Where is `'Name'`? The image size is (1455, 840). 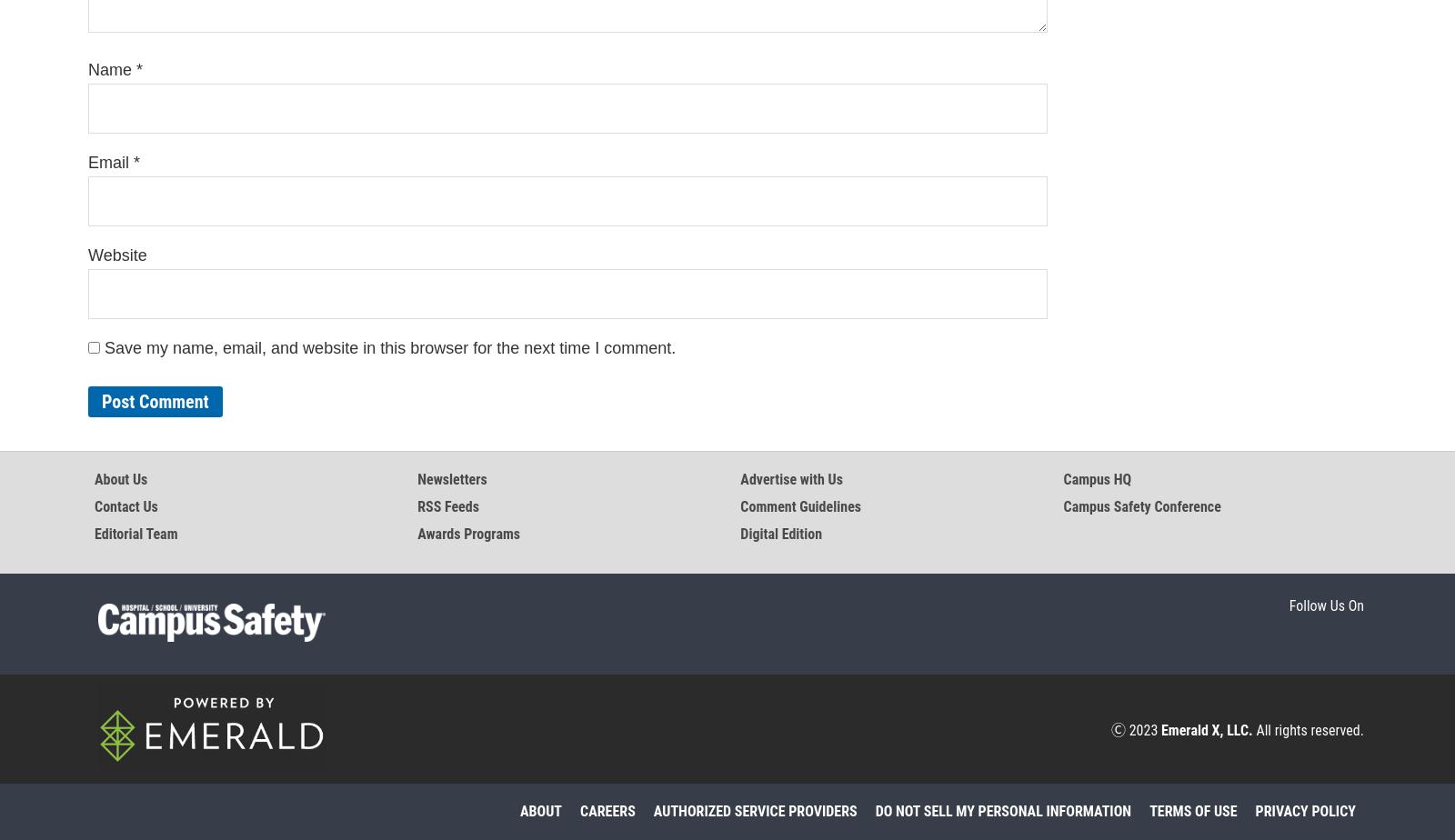 'Name' is located at coordinates (111, 69).